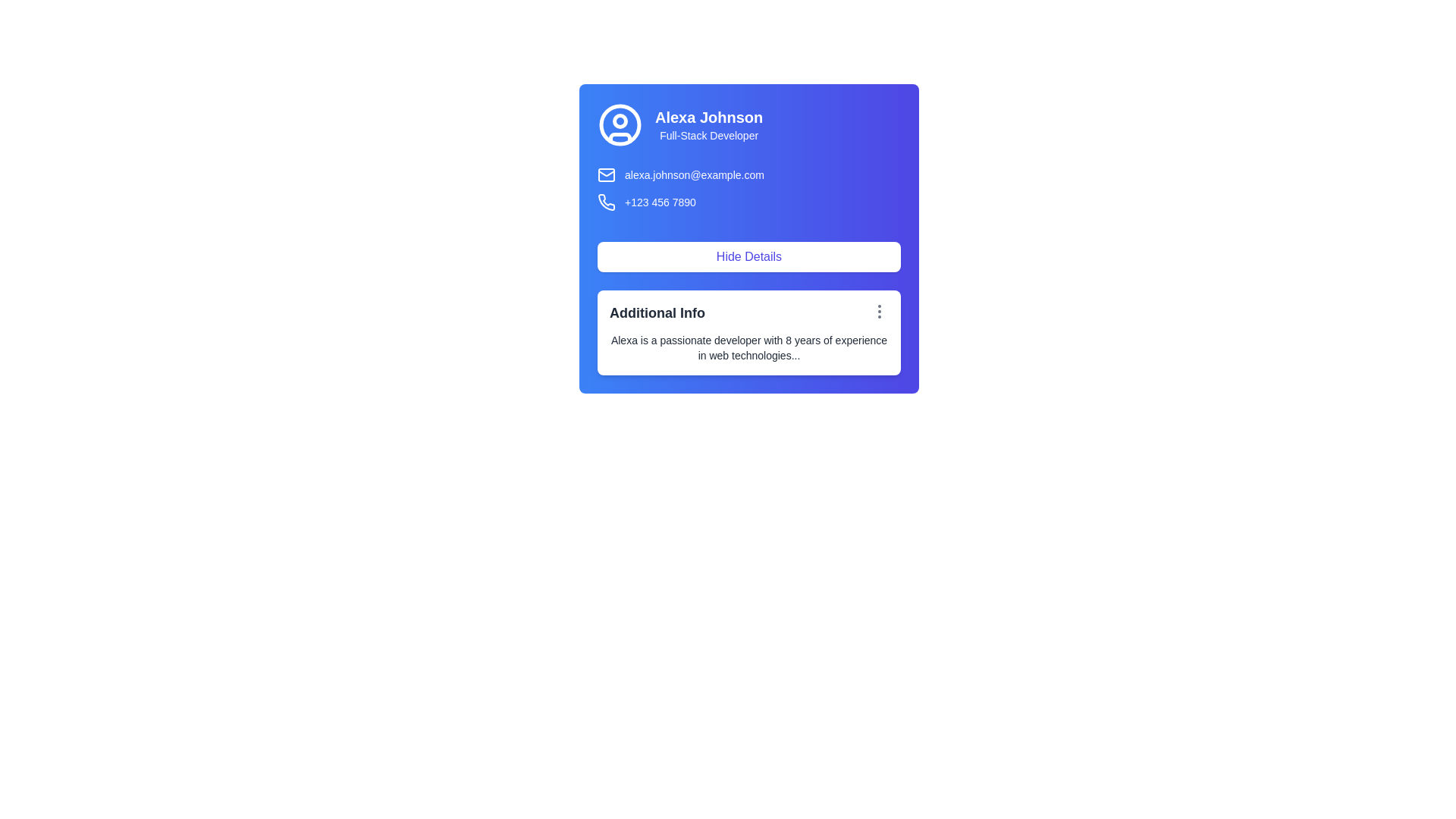 Image resolution: width=1456 pixels, height=819 pixels. I want to click on the static text element displaying 'Alexa Johnson', which is prominently styled in white against a blue background, located near the top left of the card, so click(708, 116).